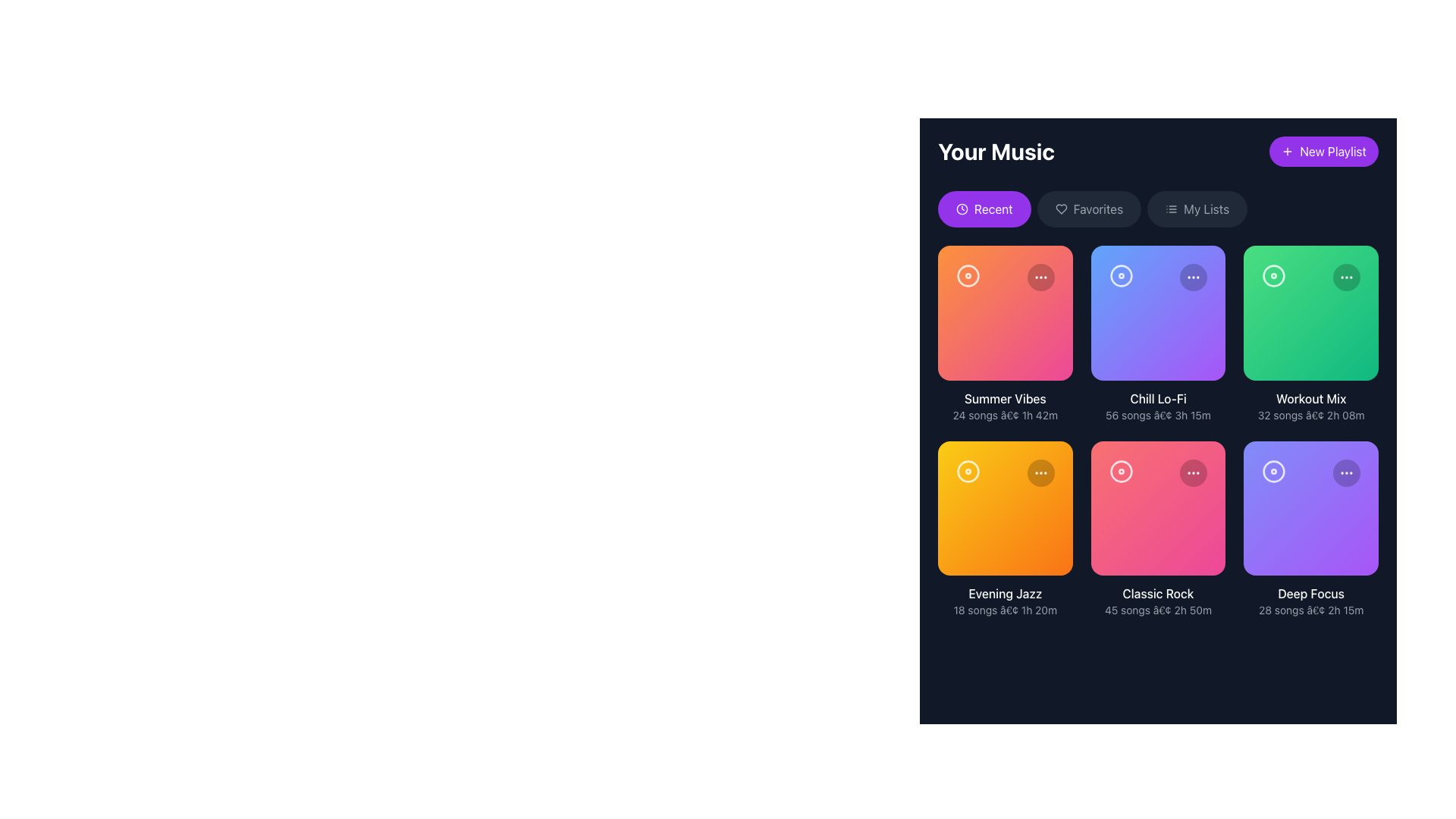 The height and width of the screenshot is (819, 1456). I want to click on the 'Favorites' button, which is the second button in a group of three at the top of the user interface, so click(1088, 209).